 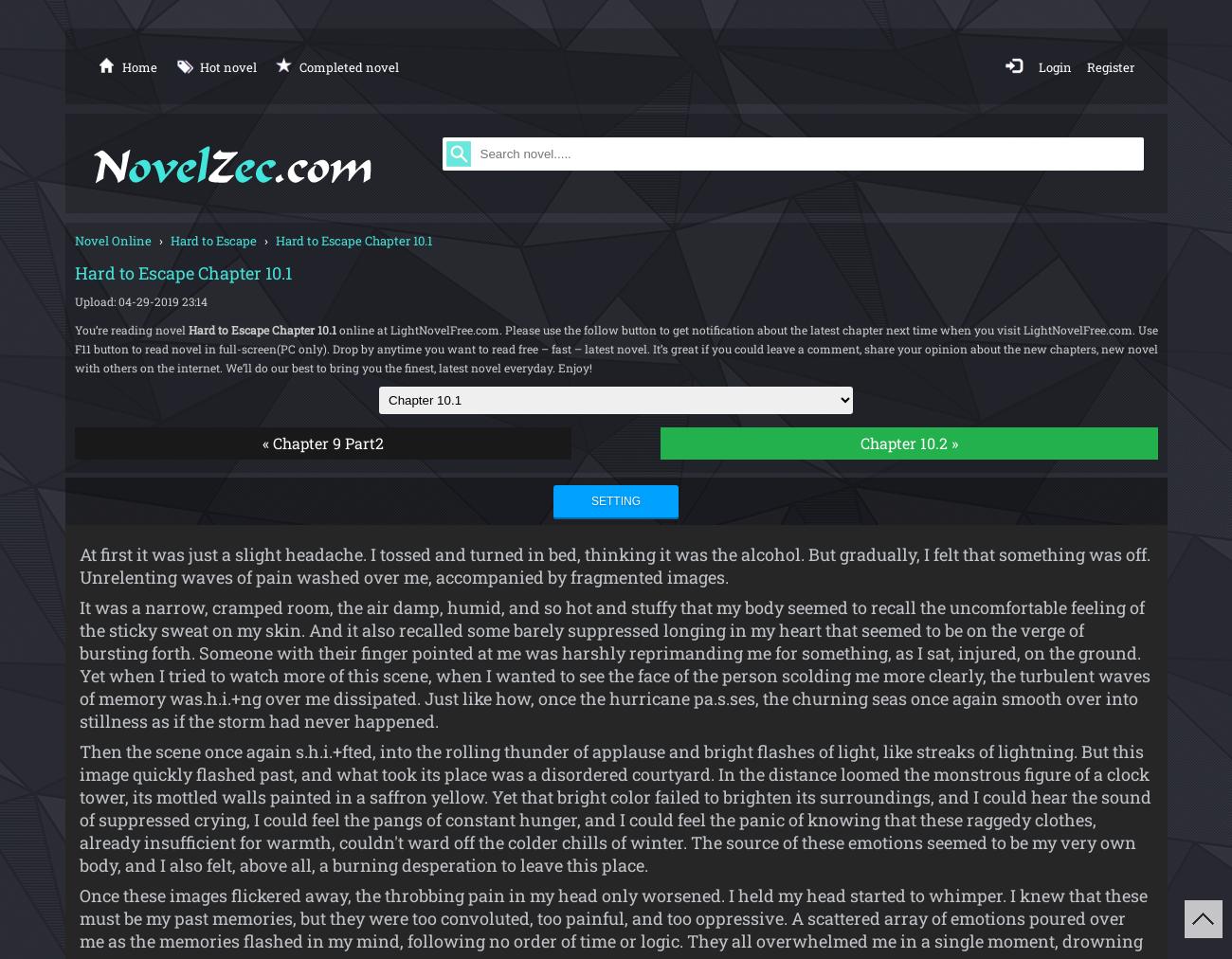 What do you see at coordinates (138, 299) in the screenshot?
I see `'Upload: 04-29-2019 23:14'` at bounding box center [138, 299].